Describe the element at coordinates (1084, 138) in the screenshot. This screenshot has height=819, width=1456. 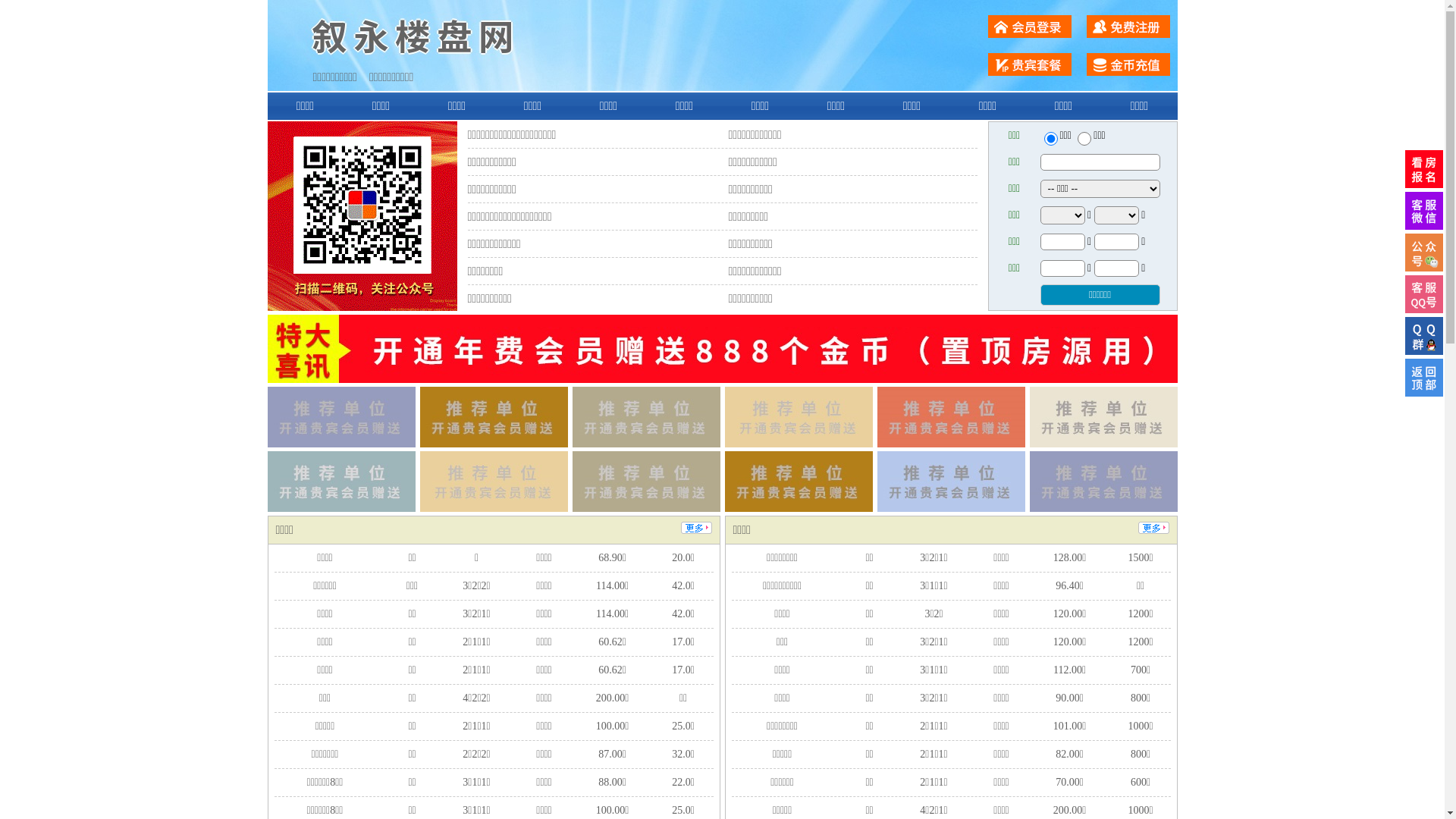
I see `'chuzu'` at that location.